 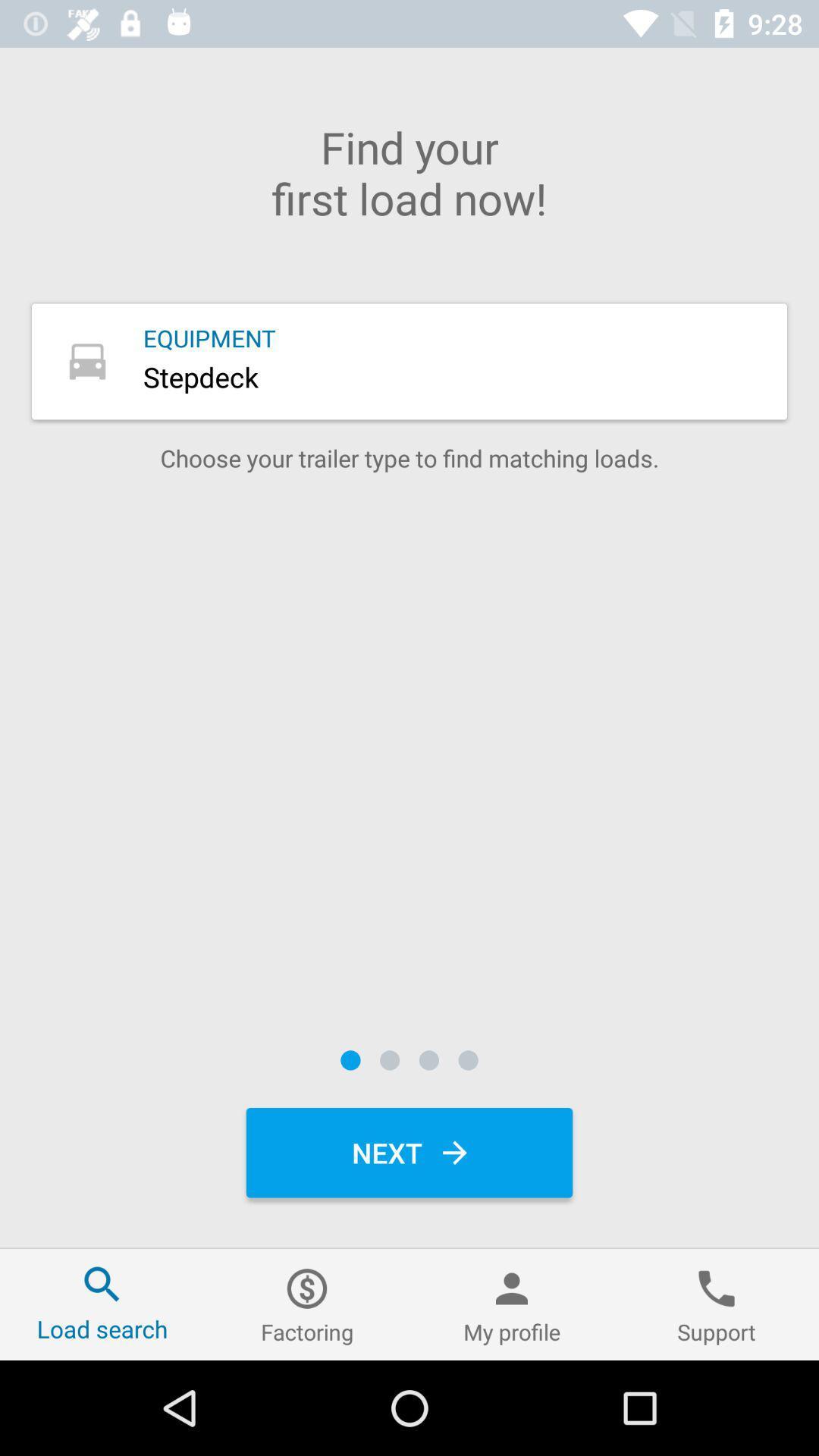 What do you see at coordinates (717, 1304) in the screenshot?
I see `support icon` at bounding box center [717, 1304].